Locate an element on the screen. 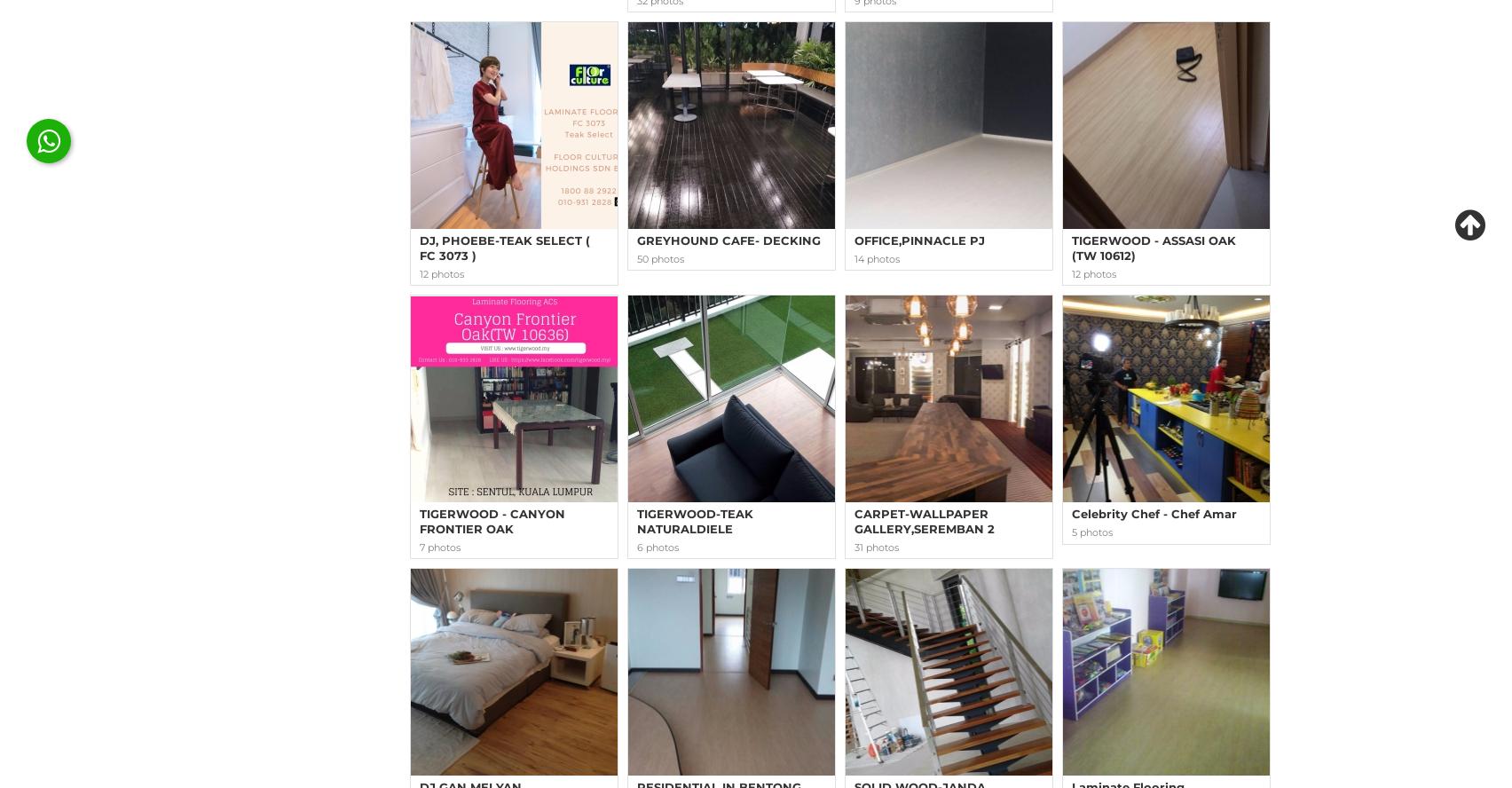  '31 photos' is located at coordinates (854, 546).